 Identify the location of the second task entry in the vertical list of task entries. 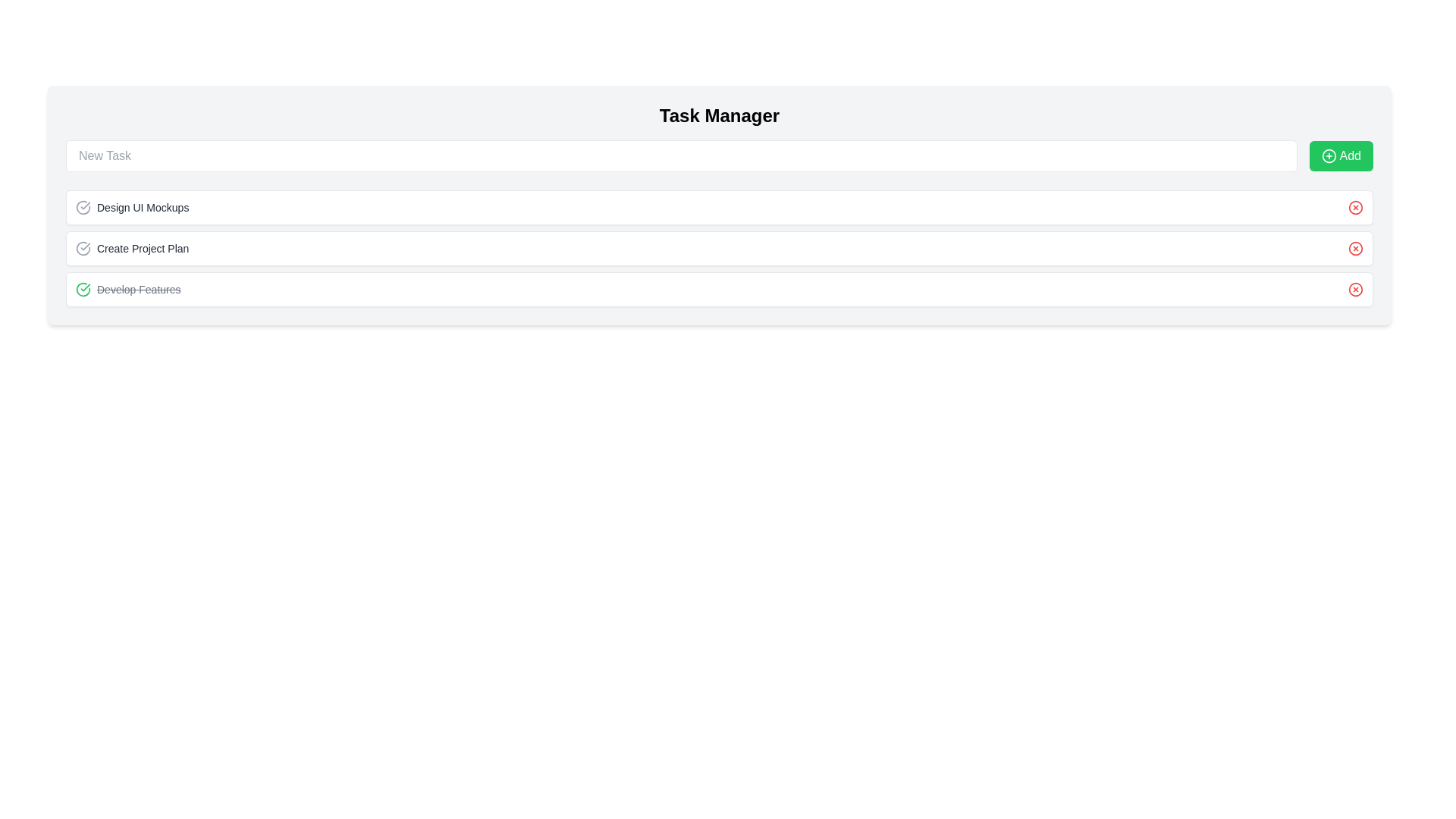
(132, 247).